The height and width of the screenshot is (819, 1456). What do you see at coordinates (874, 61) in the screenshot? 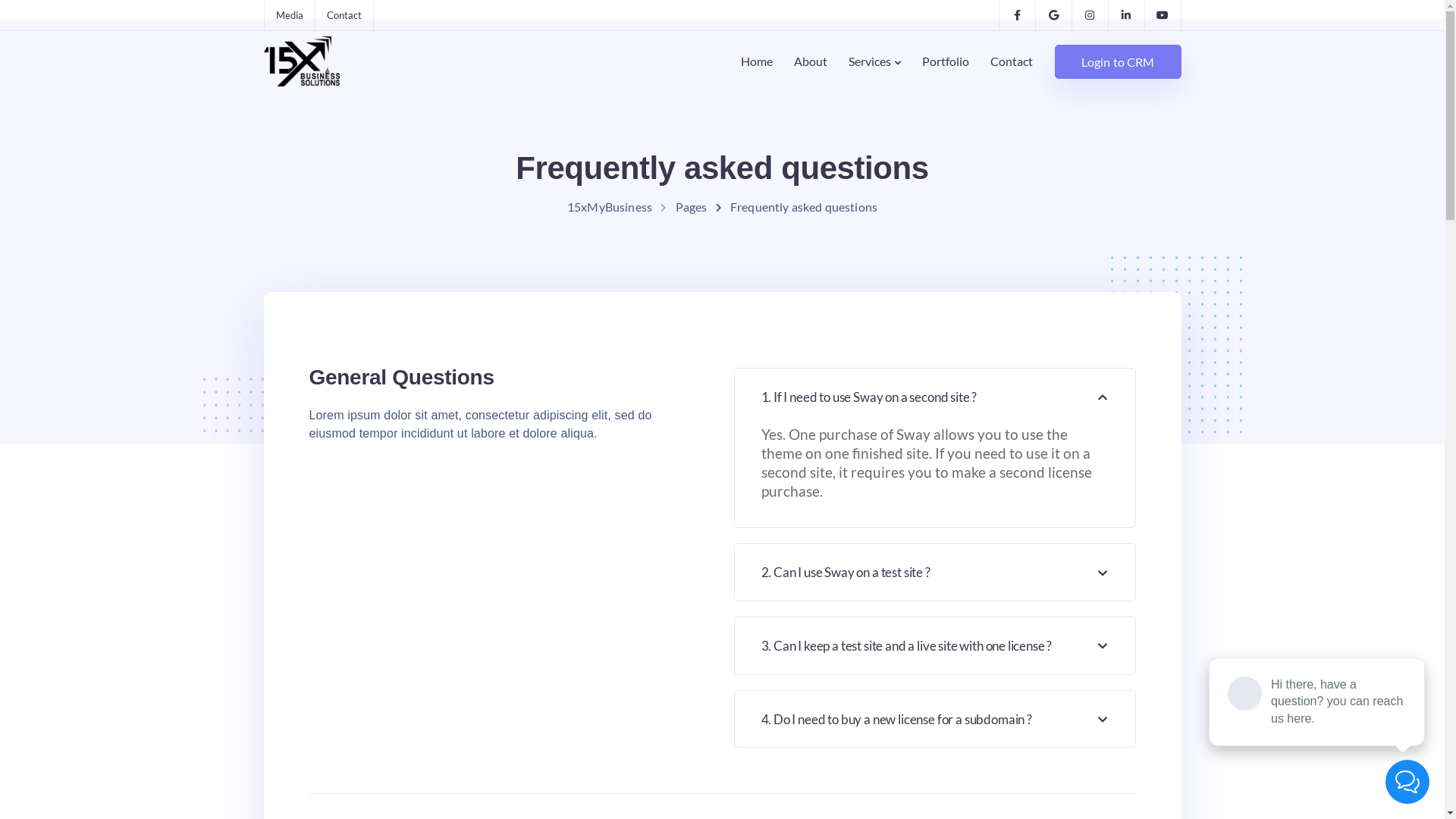
I see `'Services'` at bounding box center [874, 61].